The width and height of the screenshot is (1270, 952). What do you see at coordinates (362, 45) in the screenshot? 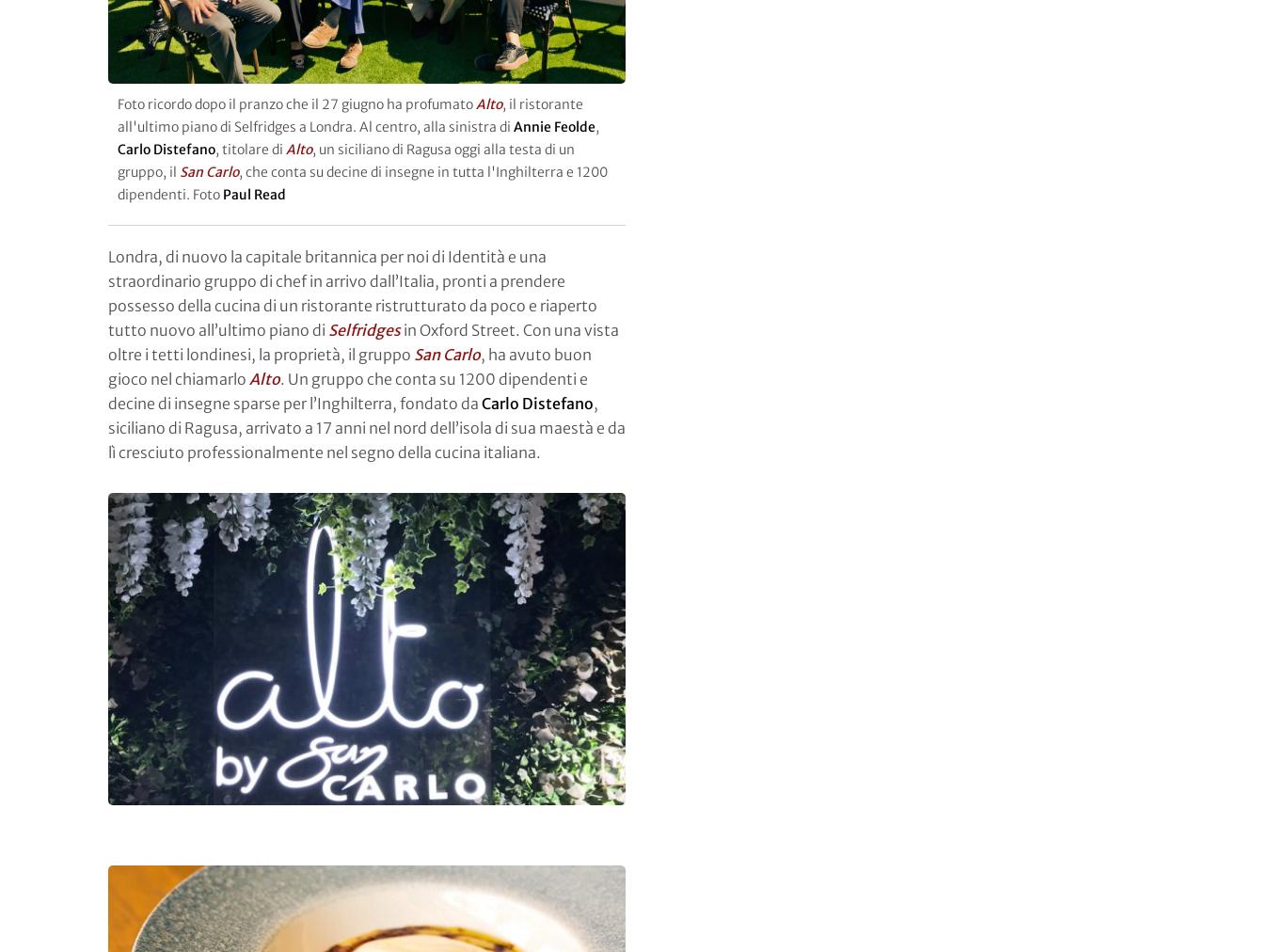
I see `'ha infornato una focaccia bianca servendola ai cuochi con olio e mortadella. Pizza e mortazza e tutti felici.'` at bounding box center [362, 45].